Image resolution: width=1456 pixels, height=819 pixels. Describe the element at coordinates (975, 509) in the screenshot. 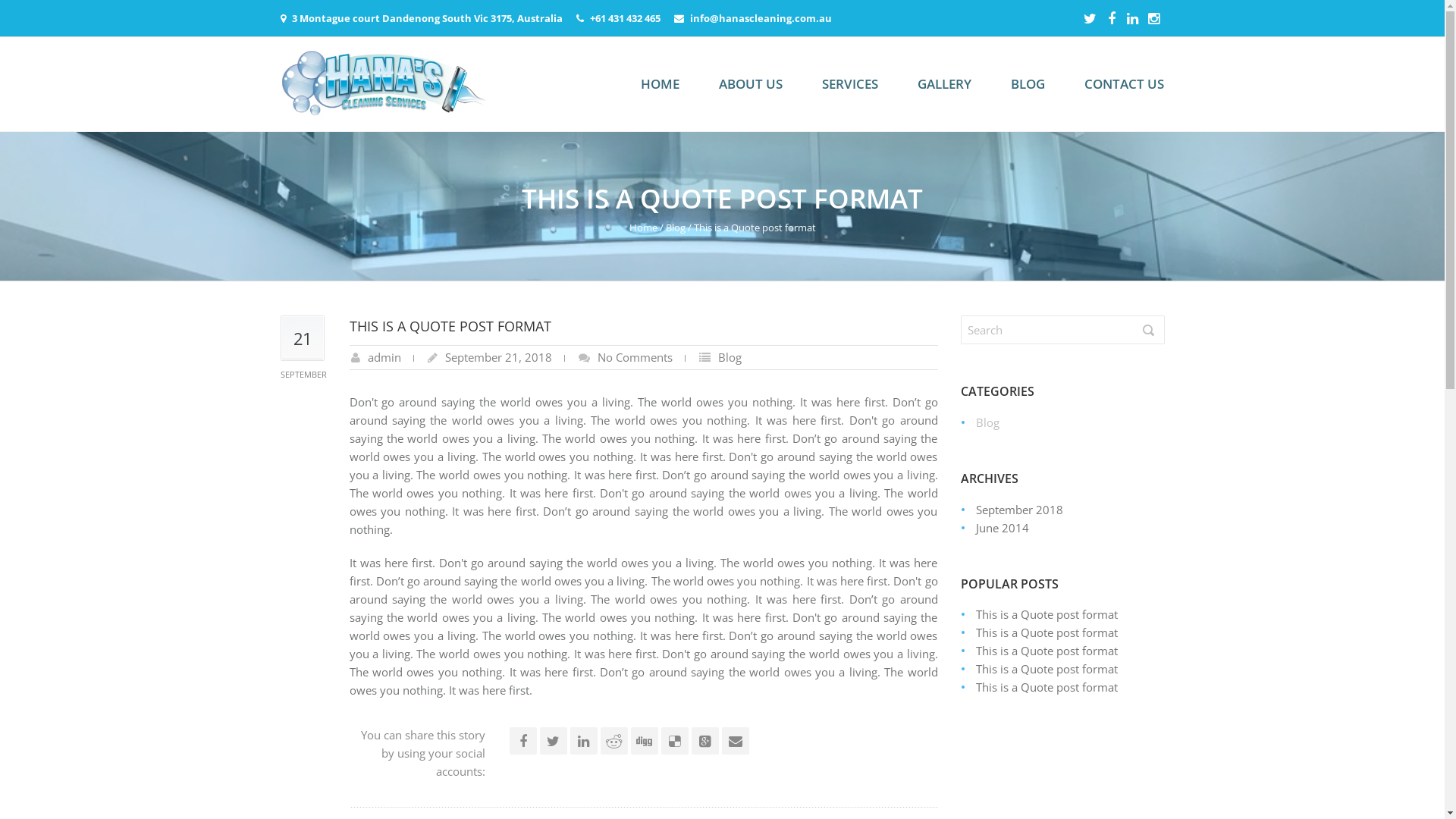

I see `'September 2018'` at that location.